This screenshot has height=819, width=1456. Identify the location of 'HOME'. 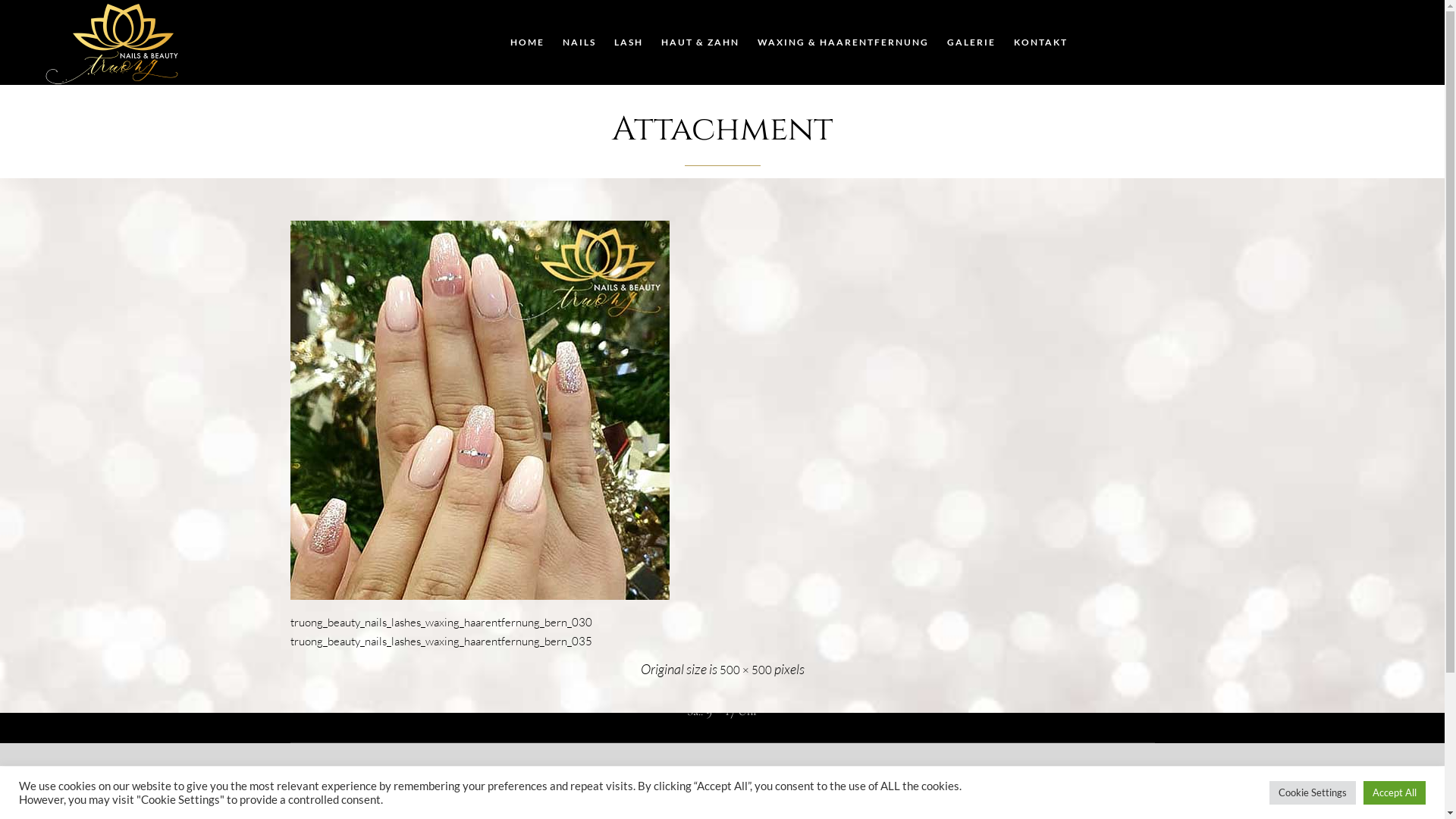
(526, 42).